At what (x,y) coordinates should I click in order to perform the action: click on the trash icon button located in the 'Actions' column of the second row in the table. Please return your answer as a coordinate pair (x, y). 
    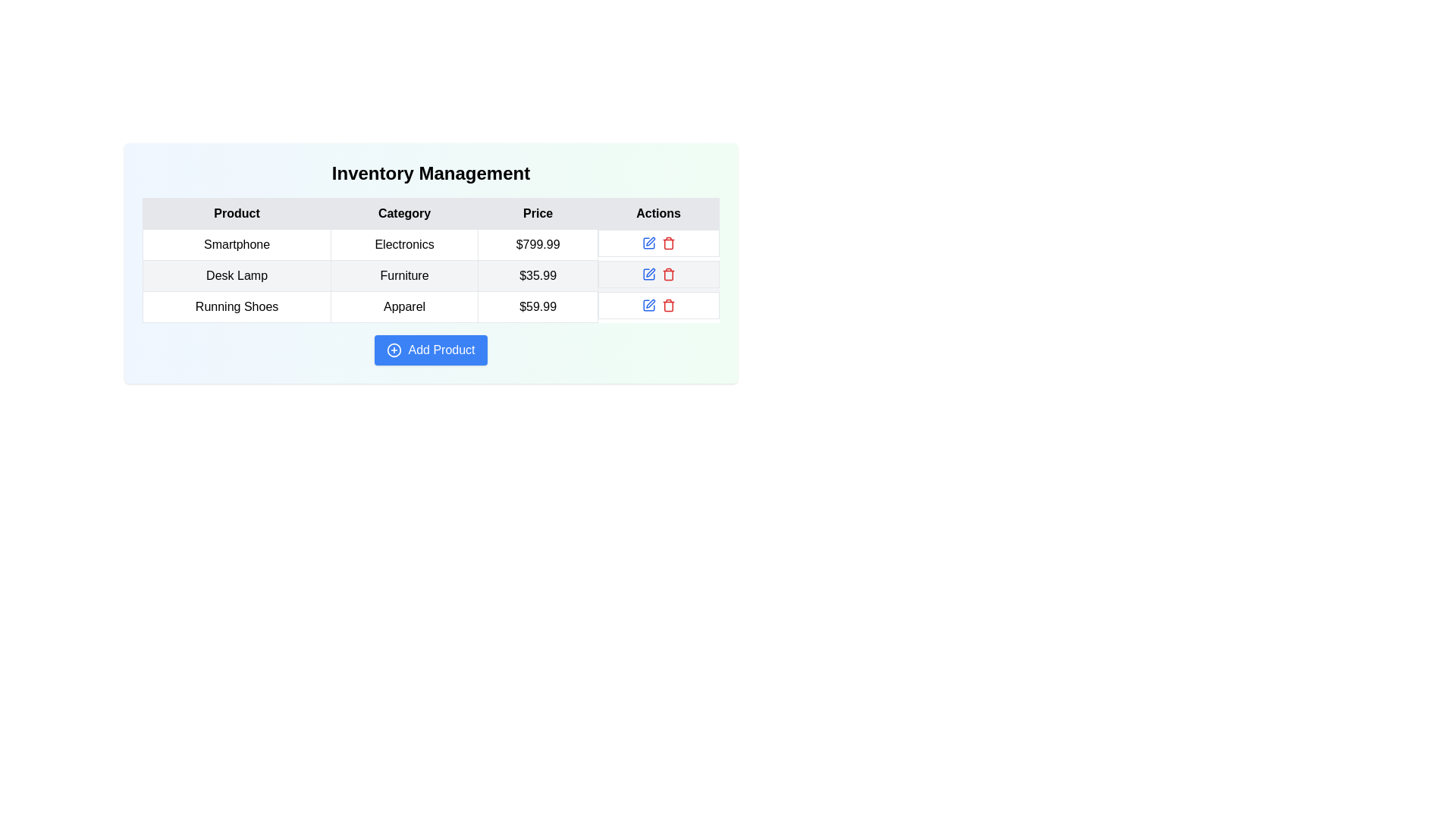
    Looking at the image, I should click on (667, 274).